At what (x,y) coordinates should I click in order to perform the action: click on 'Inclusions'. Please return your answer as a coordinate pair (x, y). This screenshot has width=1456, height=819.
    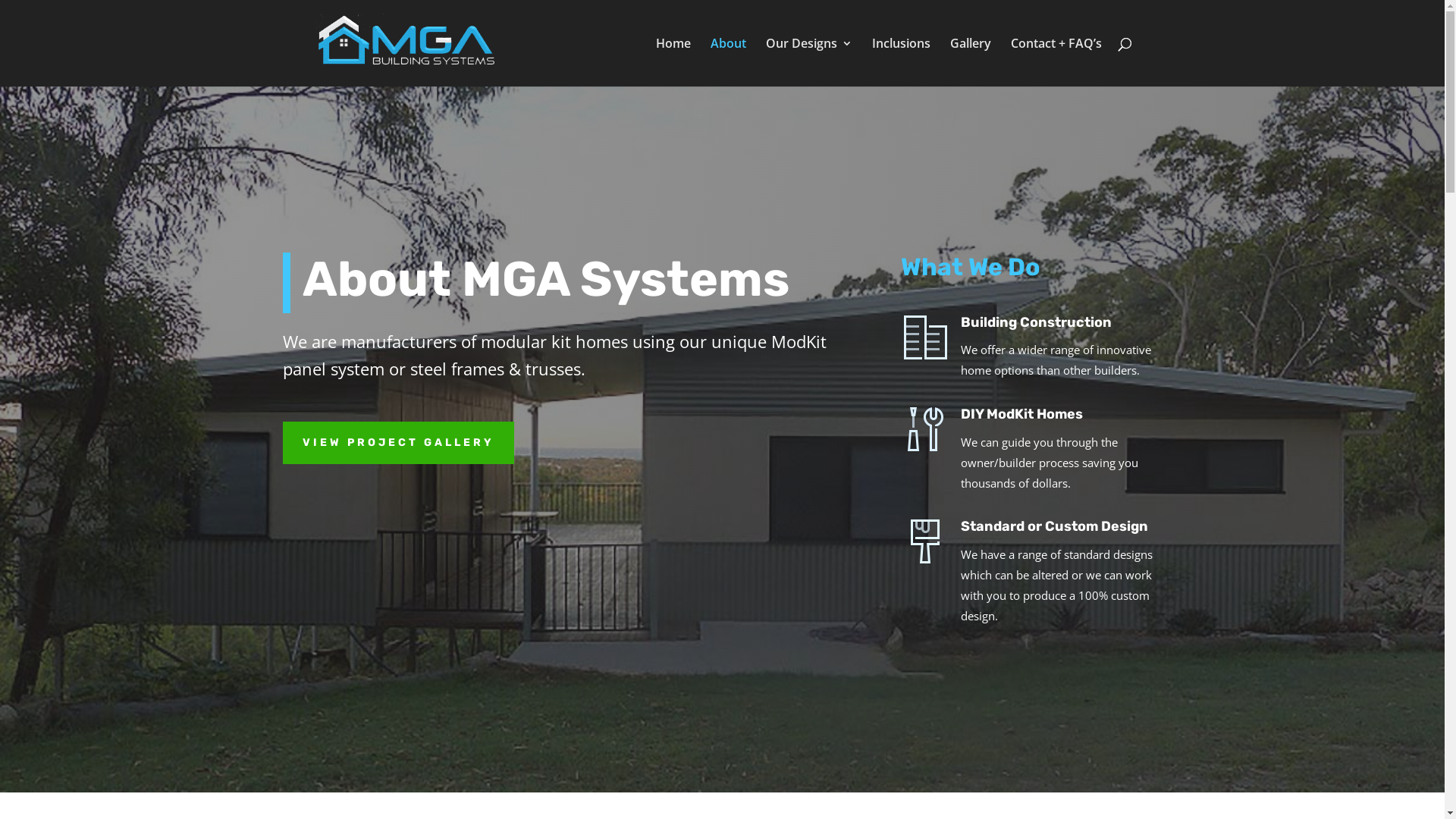
    Looking at the image, I should click on (901, 61).